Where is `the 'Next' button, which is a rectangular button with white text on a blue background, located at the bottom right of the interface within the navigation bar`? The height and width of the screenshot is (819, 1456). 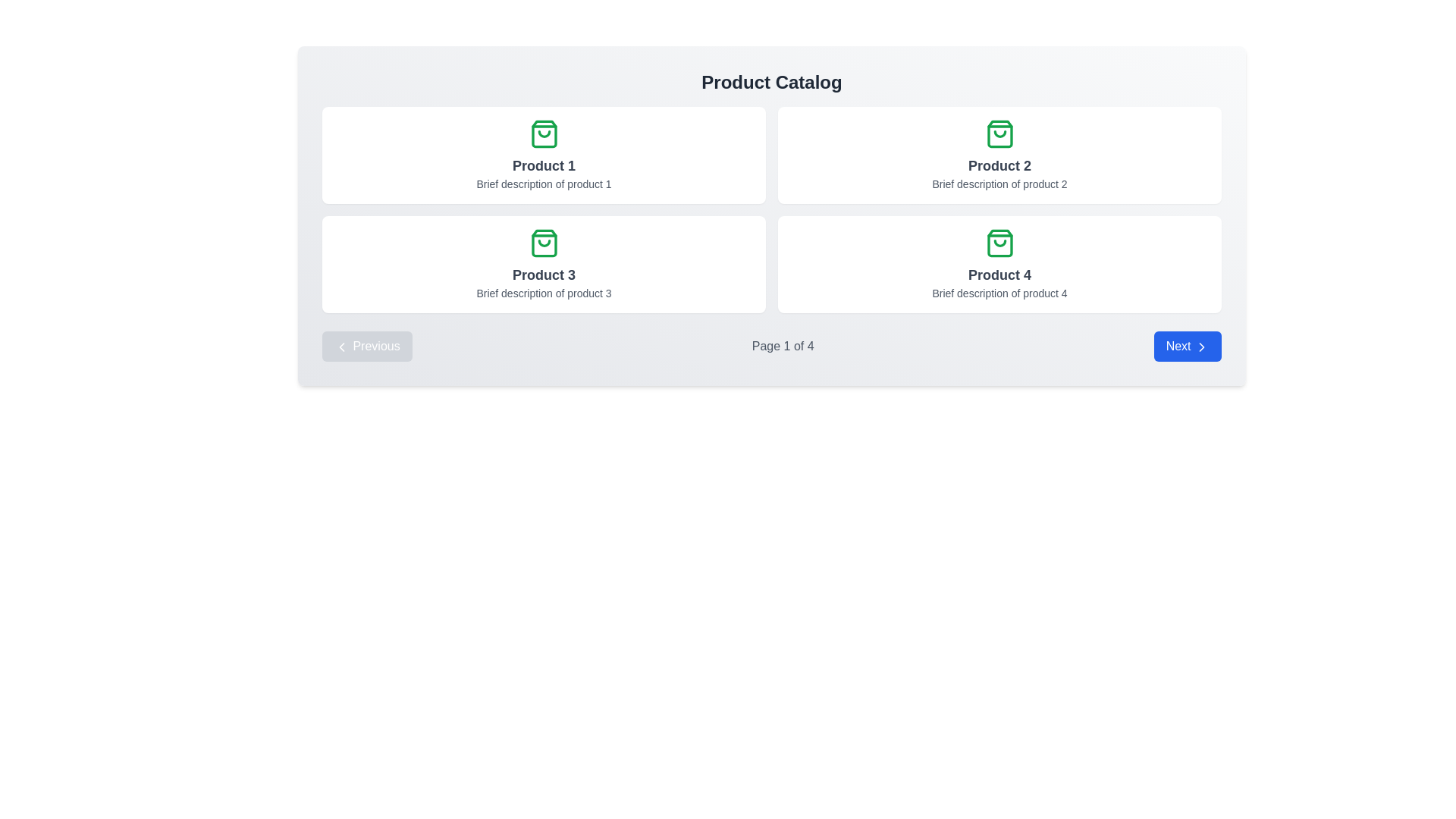
the 'Next' button, which is a rectangular button with white text on a blue background, located at the bottom right of the interface within the navigation bar is located at coordinates (1187, 346).